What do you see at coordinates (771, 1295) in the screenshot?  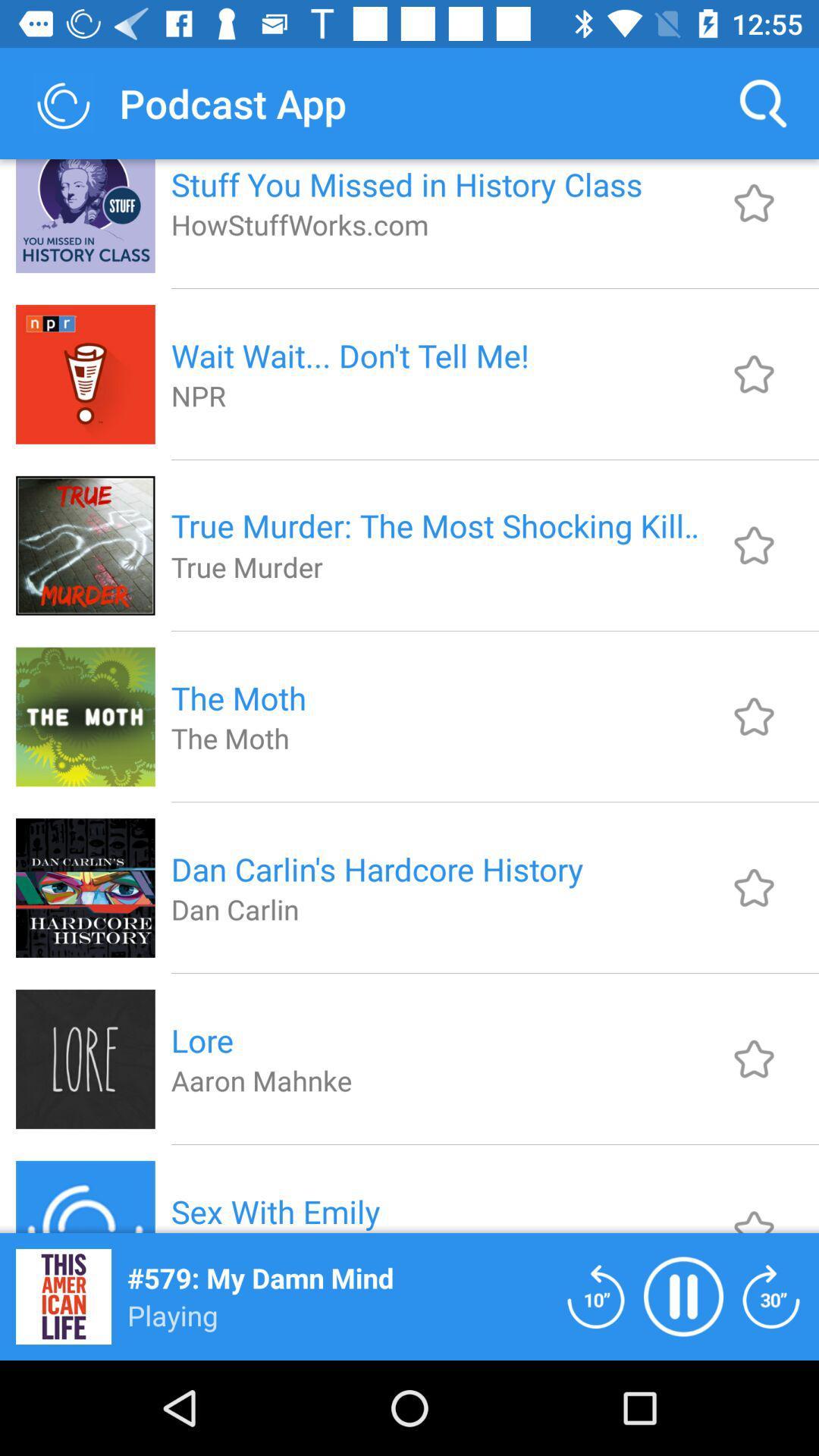 I see `skip 30 seconds ahead the podcast` at bounding box center [771, 1295].